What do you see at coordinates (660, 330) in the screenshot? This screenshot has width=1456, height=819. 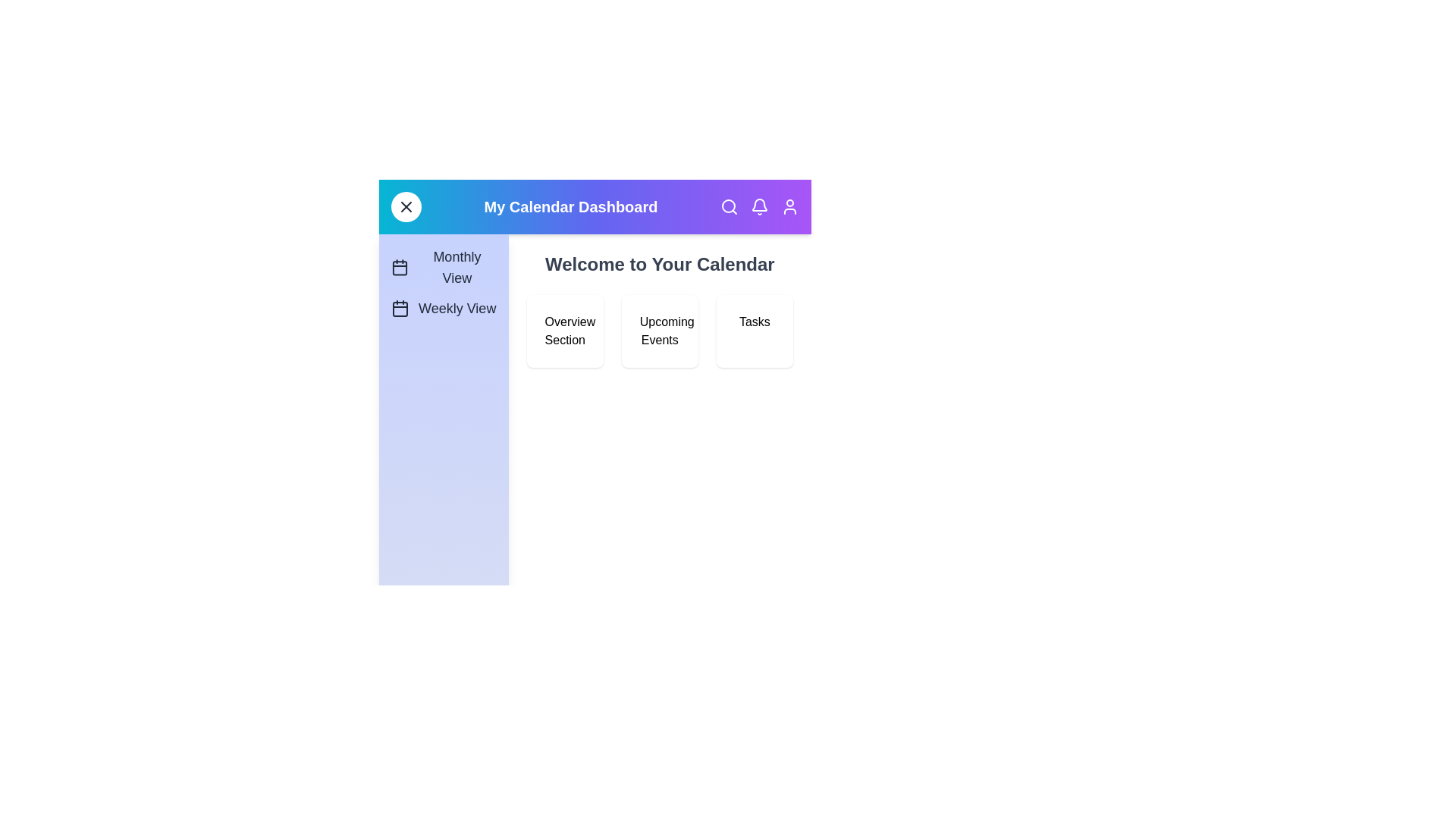 I see `the middle static text card indicating the section or category for viewing or managing upcoming events in the calendar interface` at bounding box center [660, 330].